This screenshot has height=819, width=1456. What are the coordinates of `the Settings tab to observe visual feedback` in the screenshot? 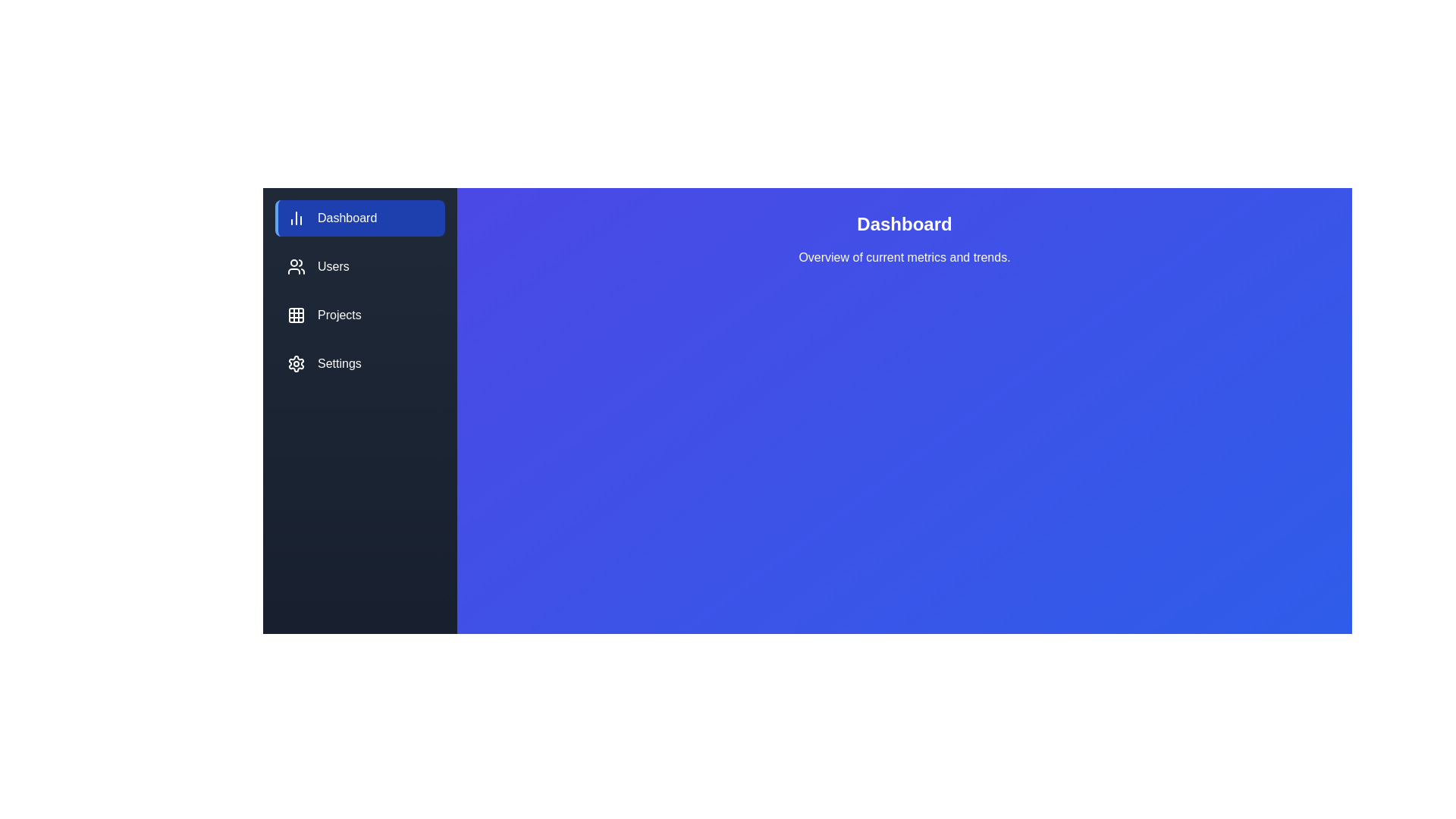 It's located at (359, 363).